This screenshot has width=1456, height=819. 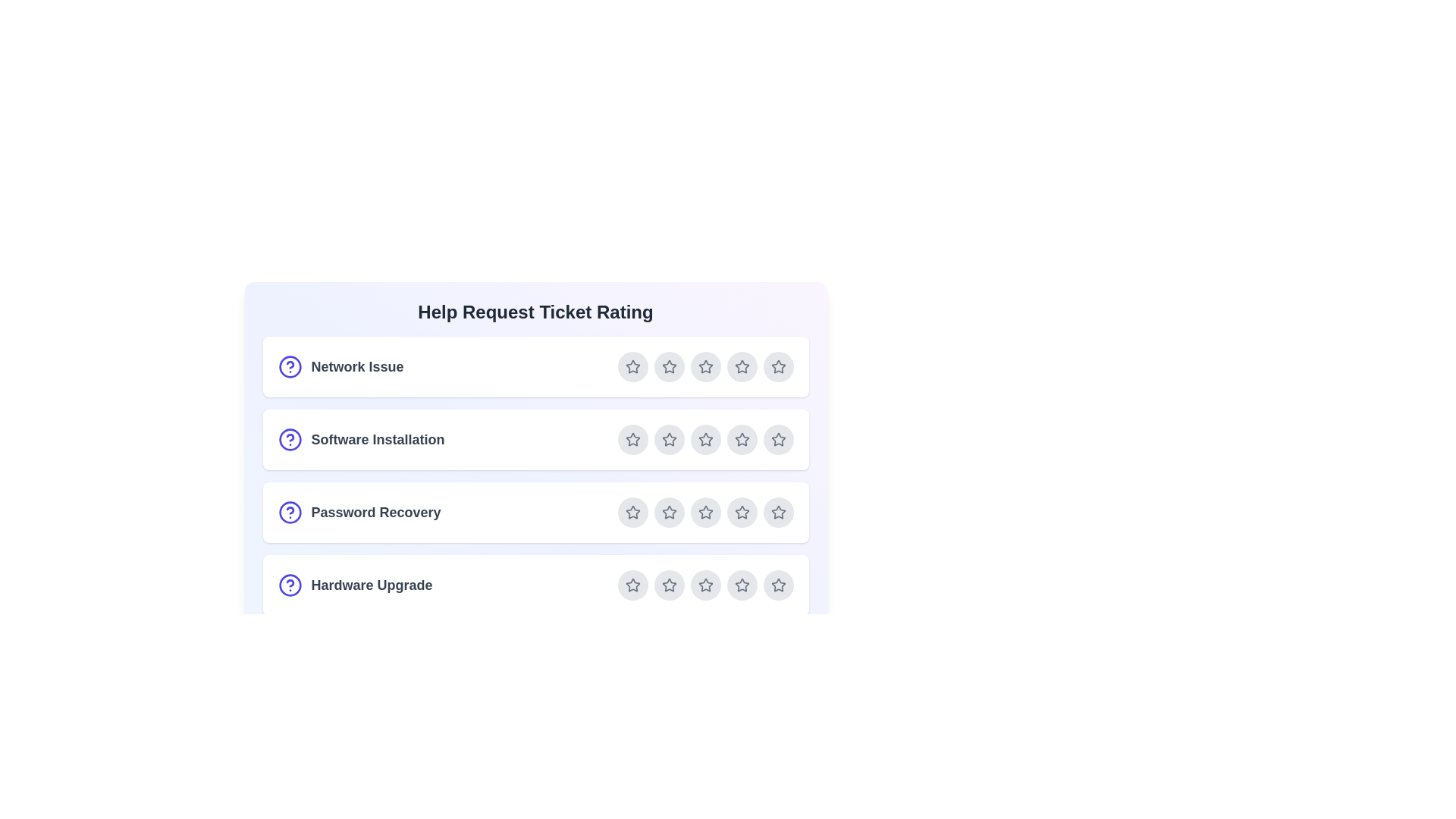 I want to click on the star corresponding to 3 for the ticket Password Recovery, so click(x=704, y=512).